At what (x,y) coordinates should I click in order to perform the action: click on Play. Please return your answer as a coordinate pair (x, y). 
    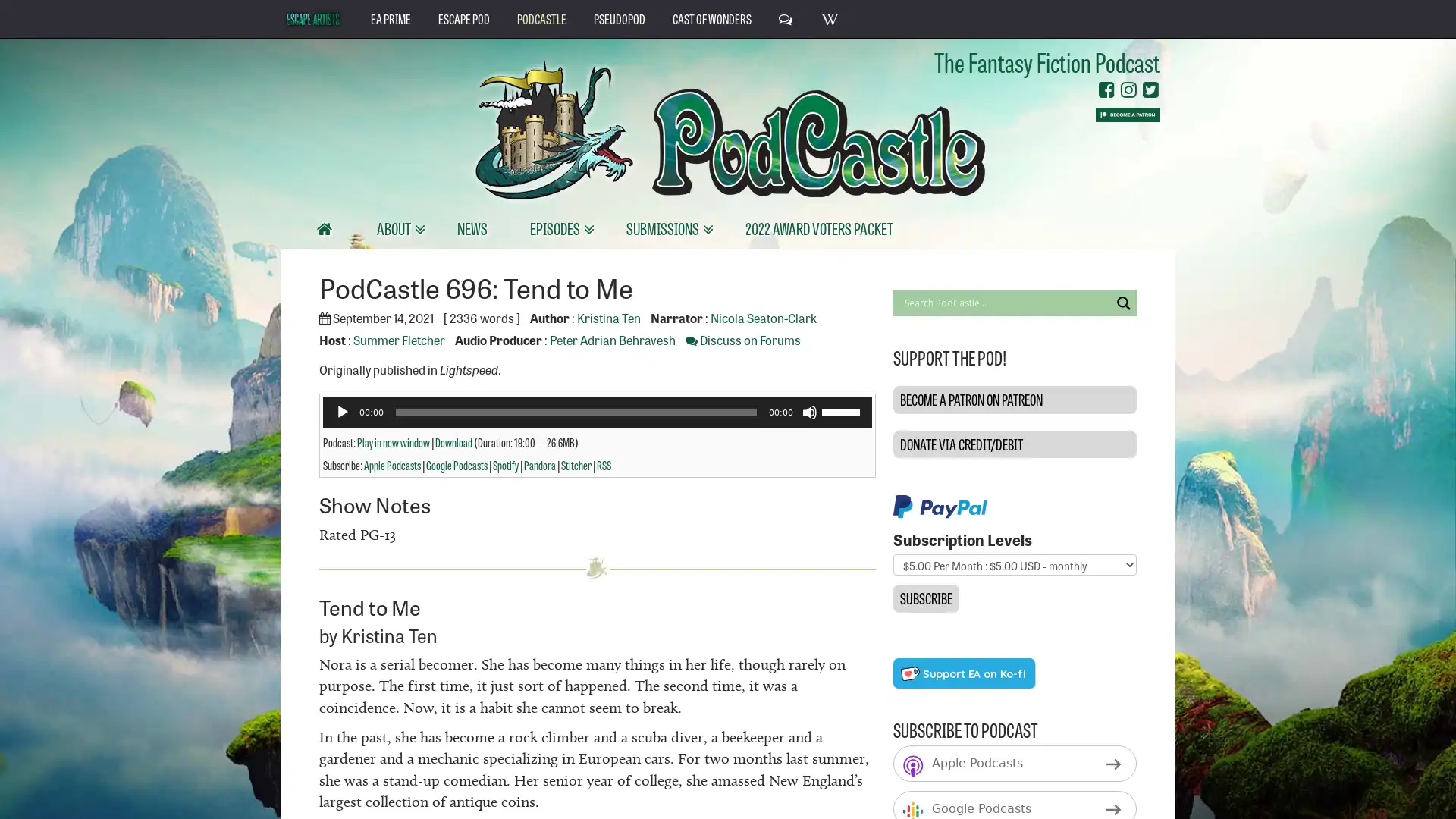
    Looking at the image, I should click on (341, 412).